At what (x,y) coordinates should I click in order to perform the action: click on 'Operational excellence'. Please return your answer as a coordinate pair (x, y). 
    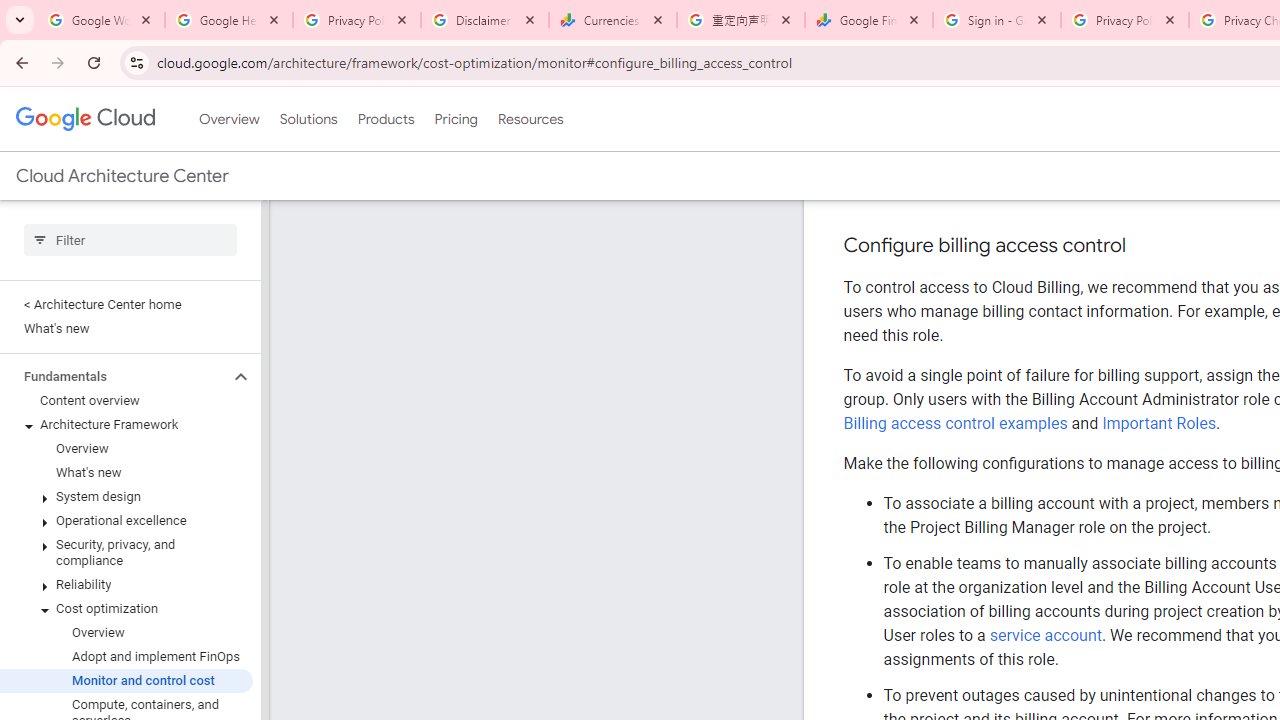
    Looking at the image, I should click on (125, 519).